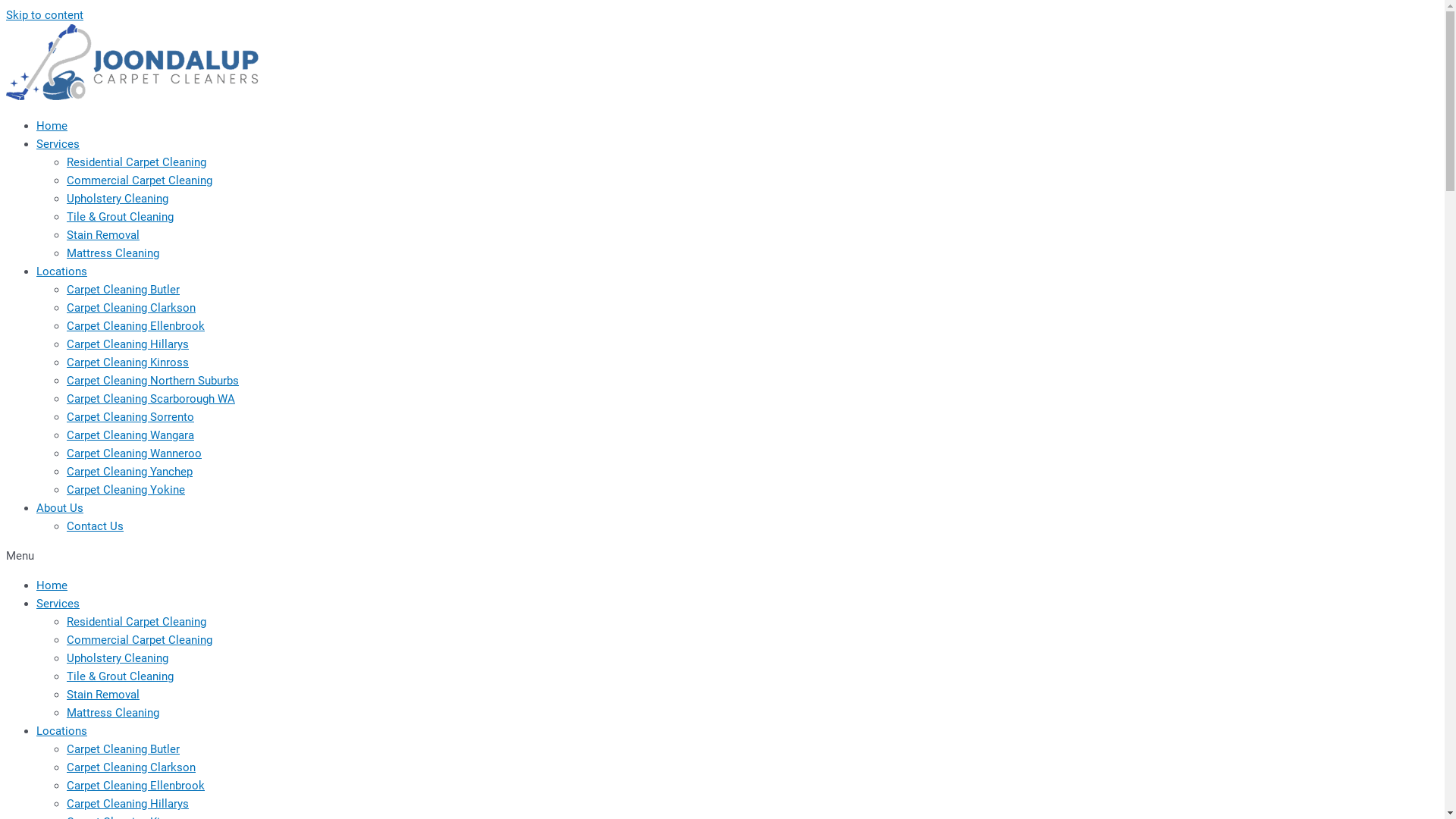 The image size is (1456, 819). I want to click on 'Residential Carpet Cleaning', so click(136, 162).